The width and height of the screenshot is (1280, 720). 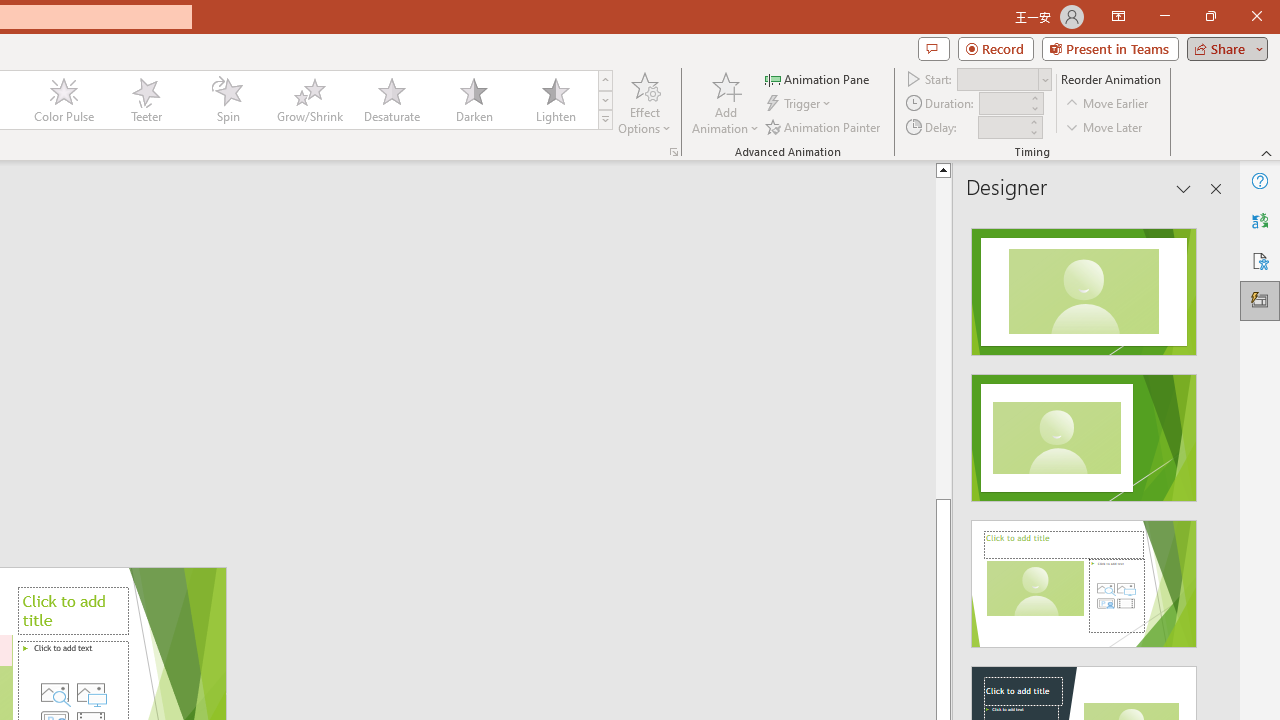 I want to click on 'Move Later', so click(x=1104, y=127).